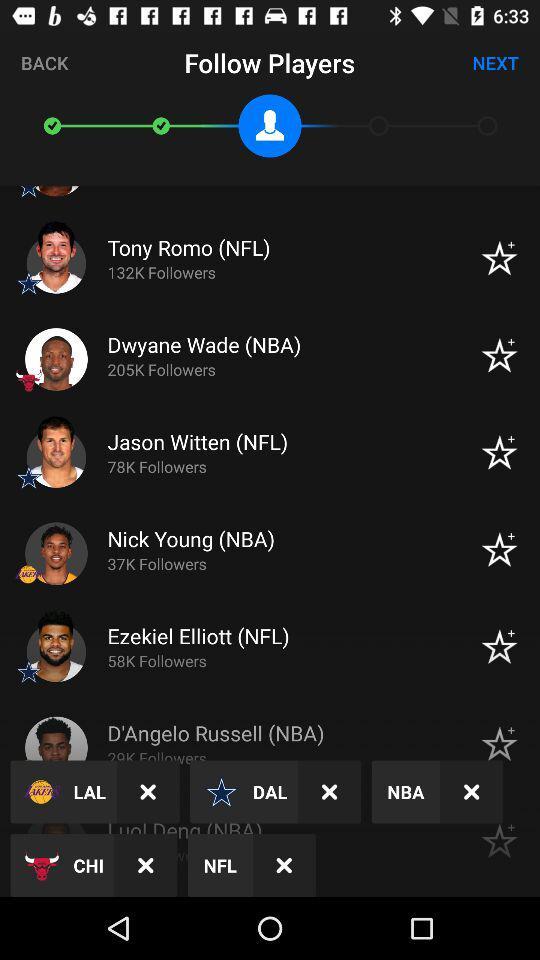 The image size is (540, 960). I want to click on the icon to the right of the dal, so click(329, 792).